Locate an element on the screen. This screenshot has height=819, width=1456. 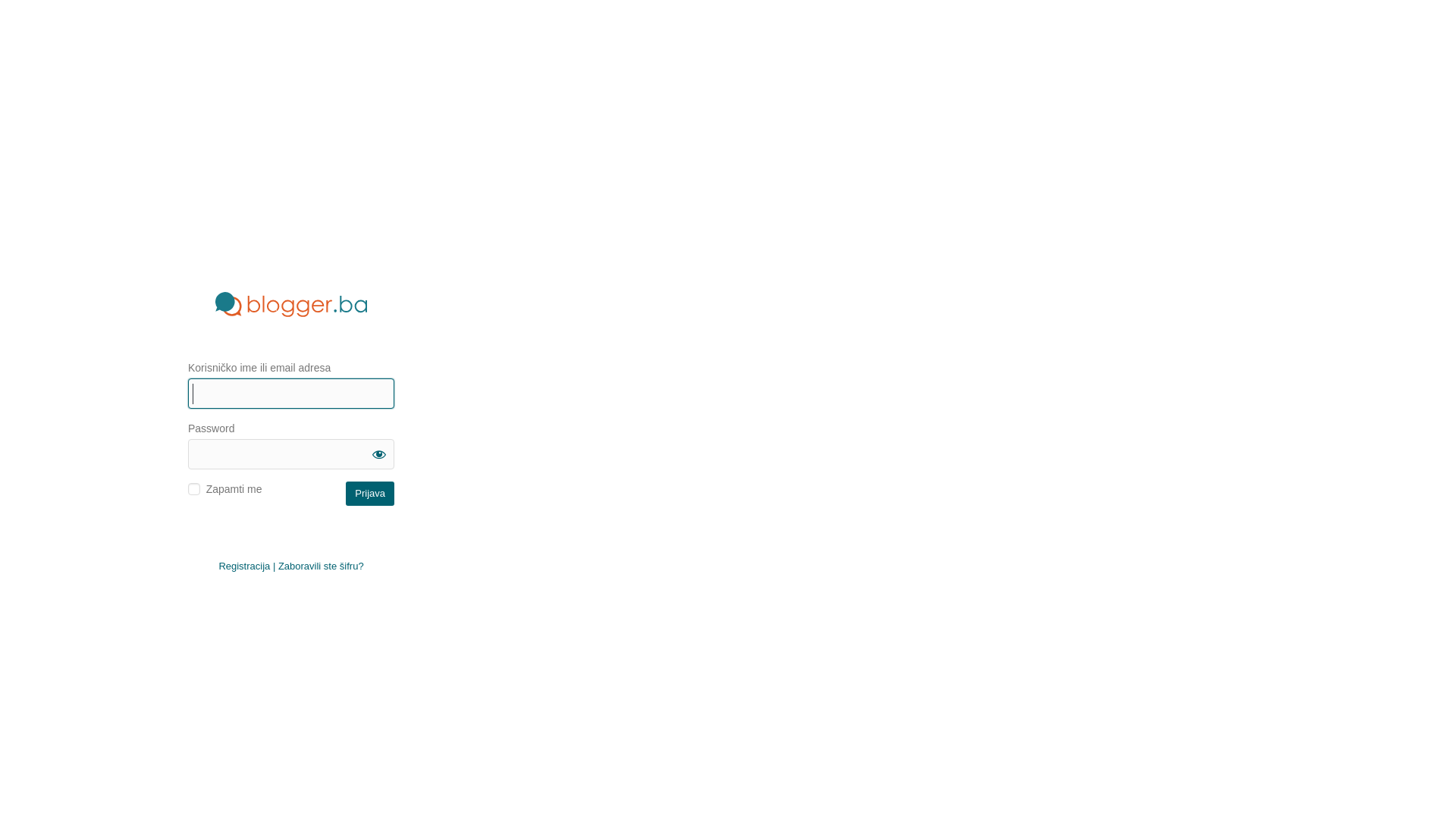
'Prijava' is located at coordinates (345, 494).